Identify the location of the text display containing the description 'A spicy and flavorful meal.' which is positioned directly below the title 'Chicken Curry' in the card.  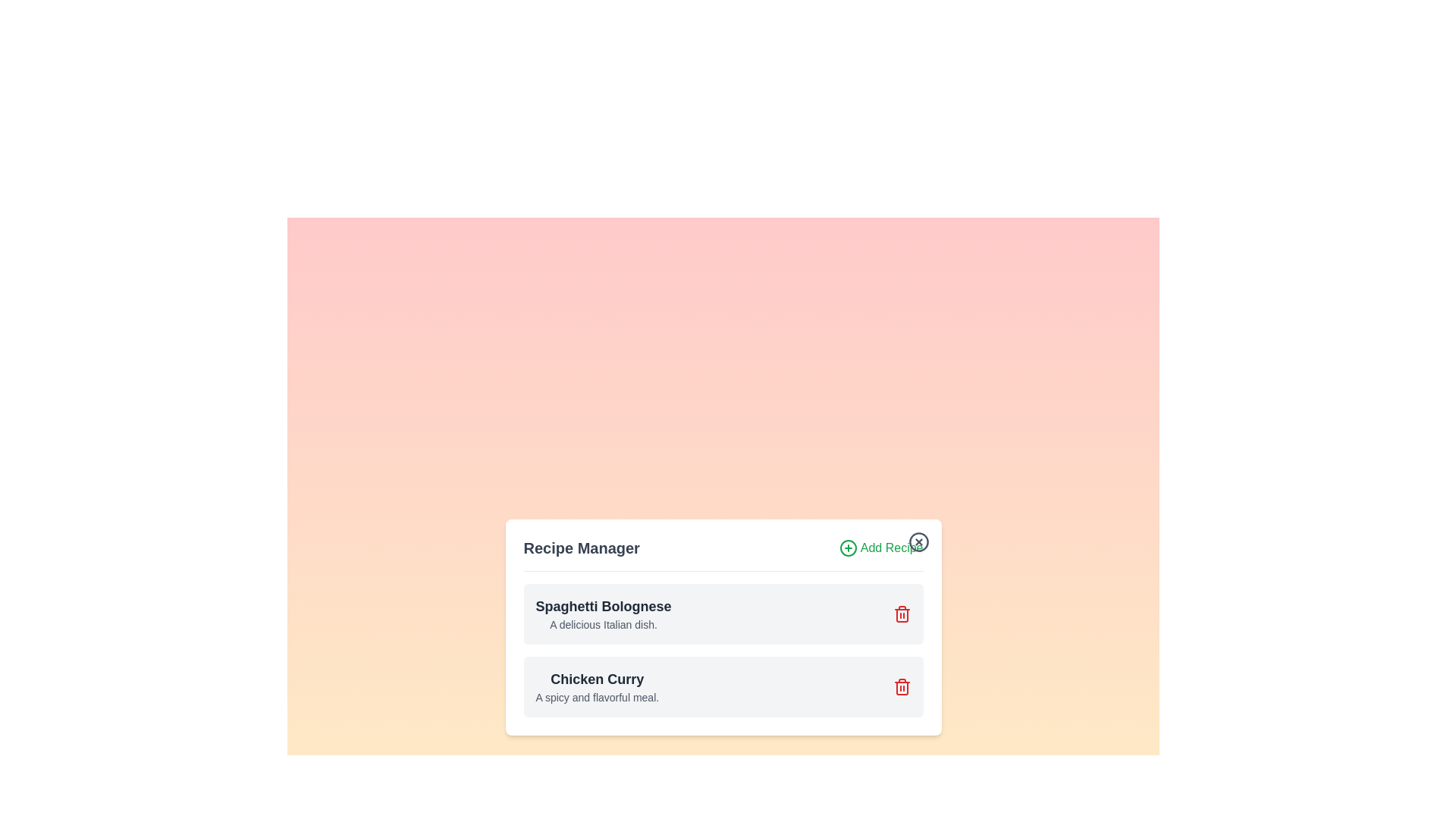
(596, 697).